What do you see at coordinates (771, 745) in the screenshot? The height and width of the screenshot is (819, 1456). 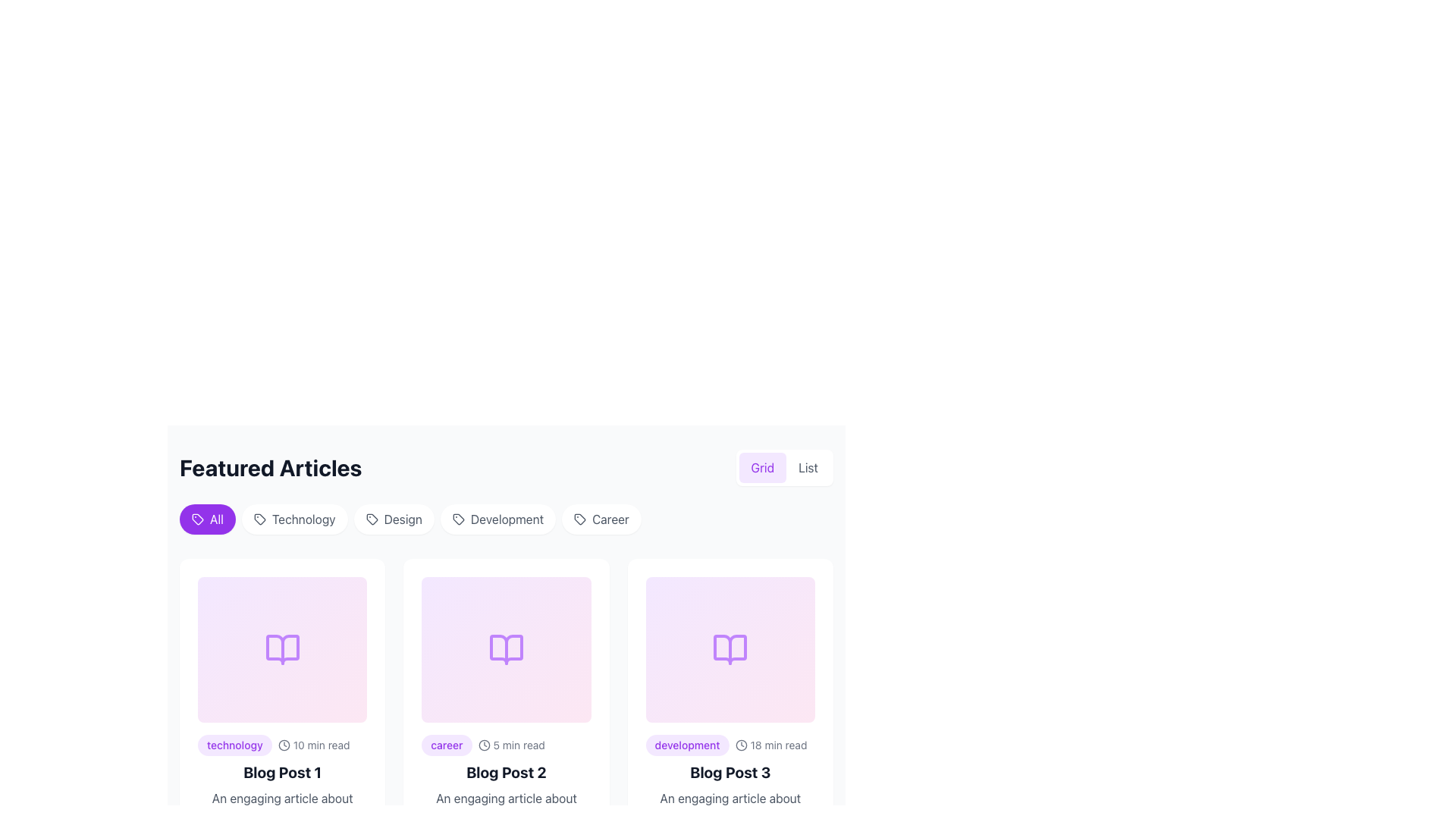 I see `the estimated reading time indicator located at the bottom of the third card in the 'Featured Articles' section, next to the 'development' tag` at bounding box center [771, 745].